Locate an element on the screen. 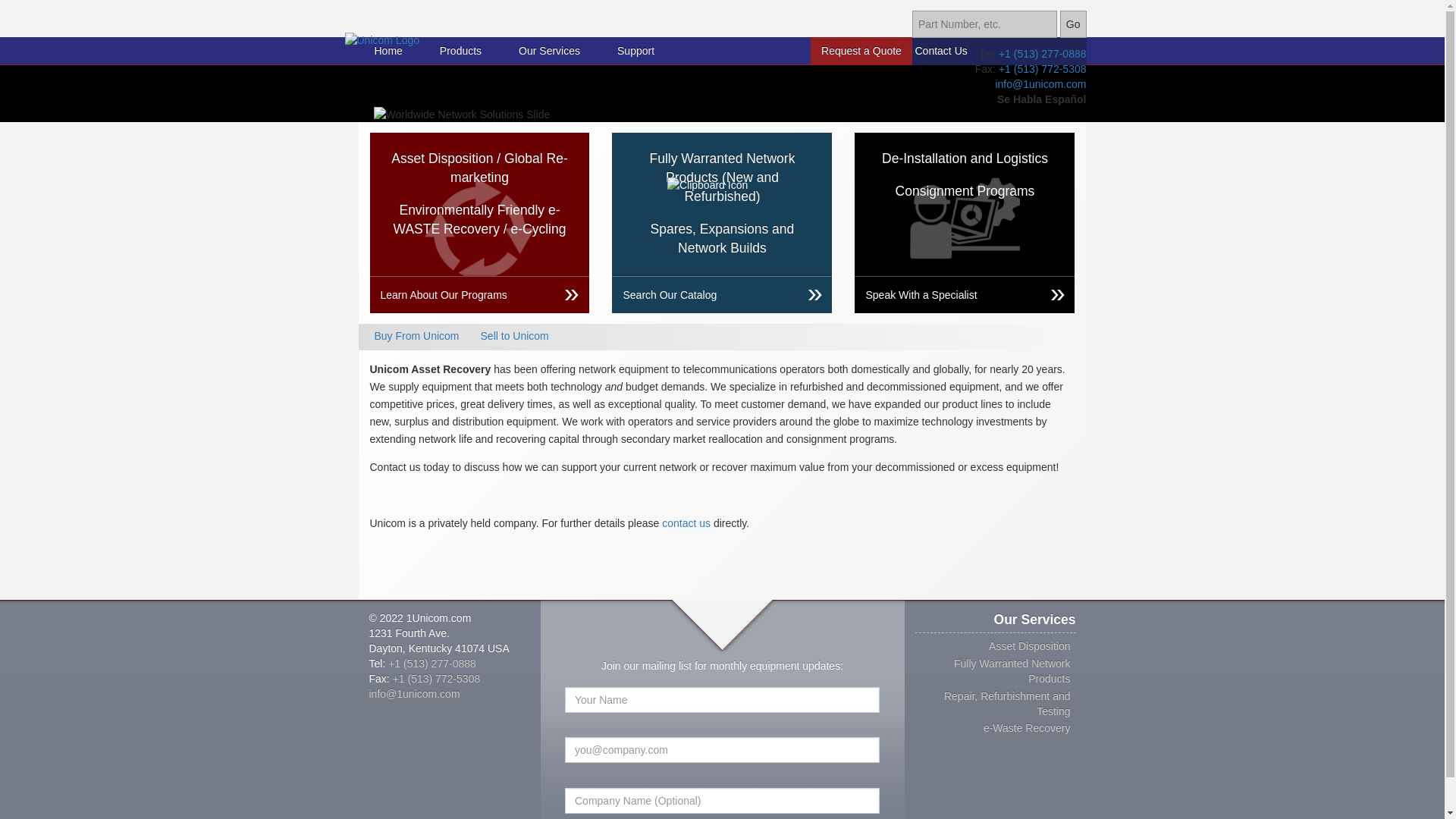 This screenshot has height=819, width=1456. 'Products' is located at coordinates (439, 49).